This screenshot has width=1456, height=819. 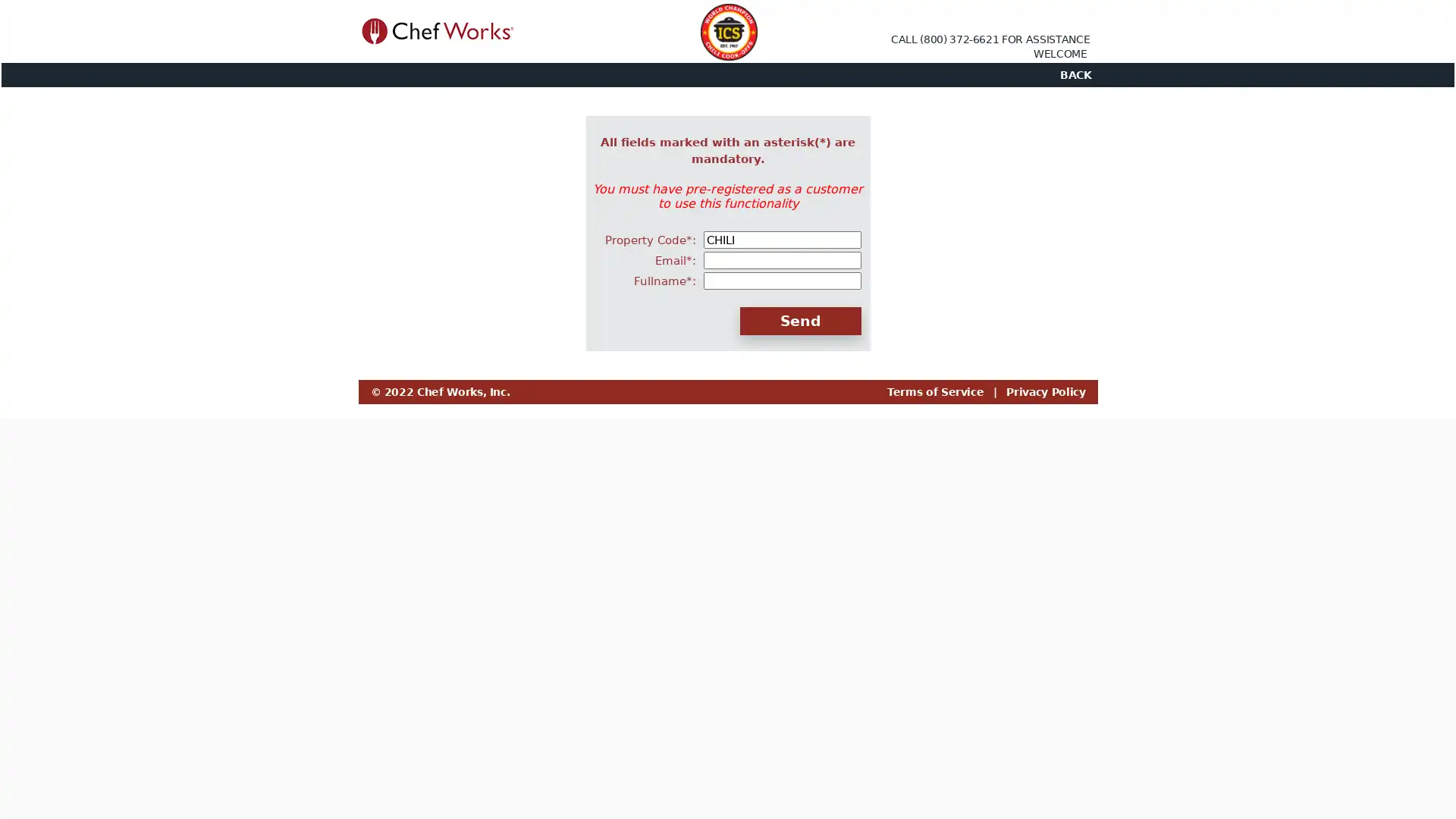 What do you see at coordinates (799, 320) in the screenshot?
I see `Send` at bounding box center [799, 320].